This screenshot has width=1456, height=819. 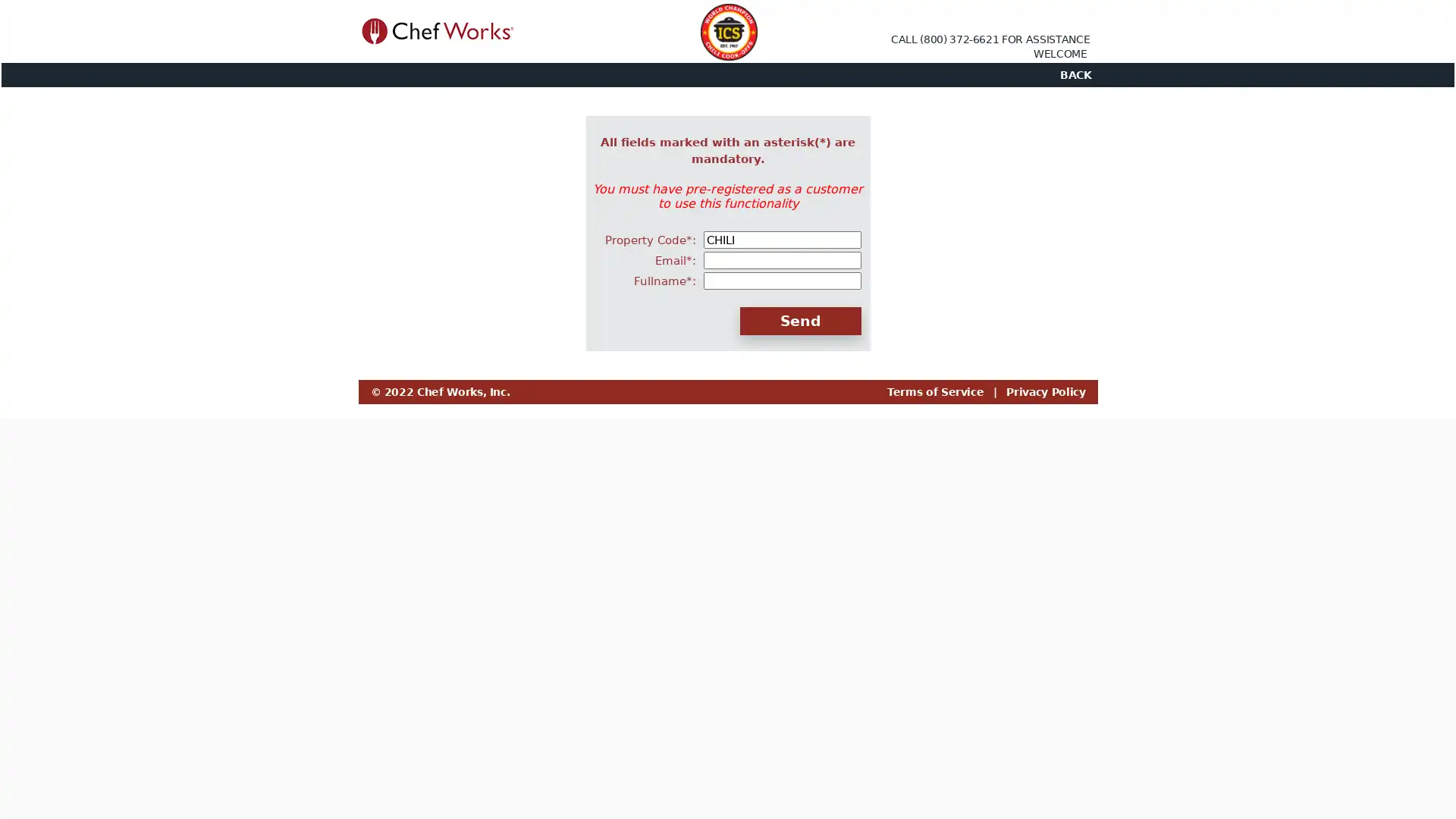 What do you see at coordinates (799, 320) in the screenshot?
I see `Send` at bounding box center [799, 320].